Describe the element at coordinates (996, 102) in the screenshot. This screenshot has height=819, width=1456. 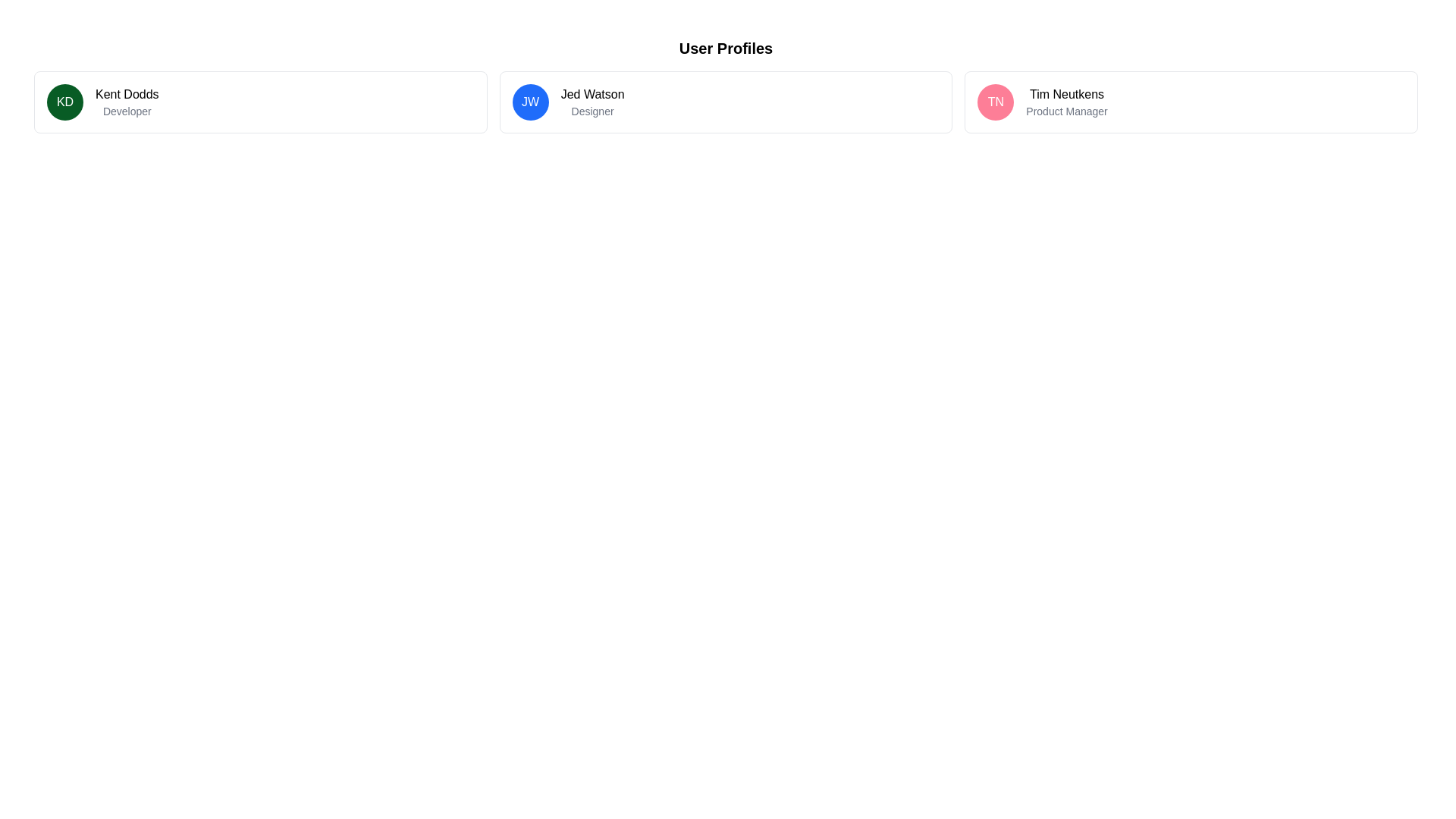
I see `the circular avatar with a pink background and white text 'TN' for more options or` at that location.